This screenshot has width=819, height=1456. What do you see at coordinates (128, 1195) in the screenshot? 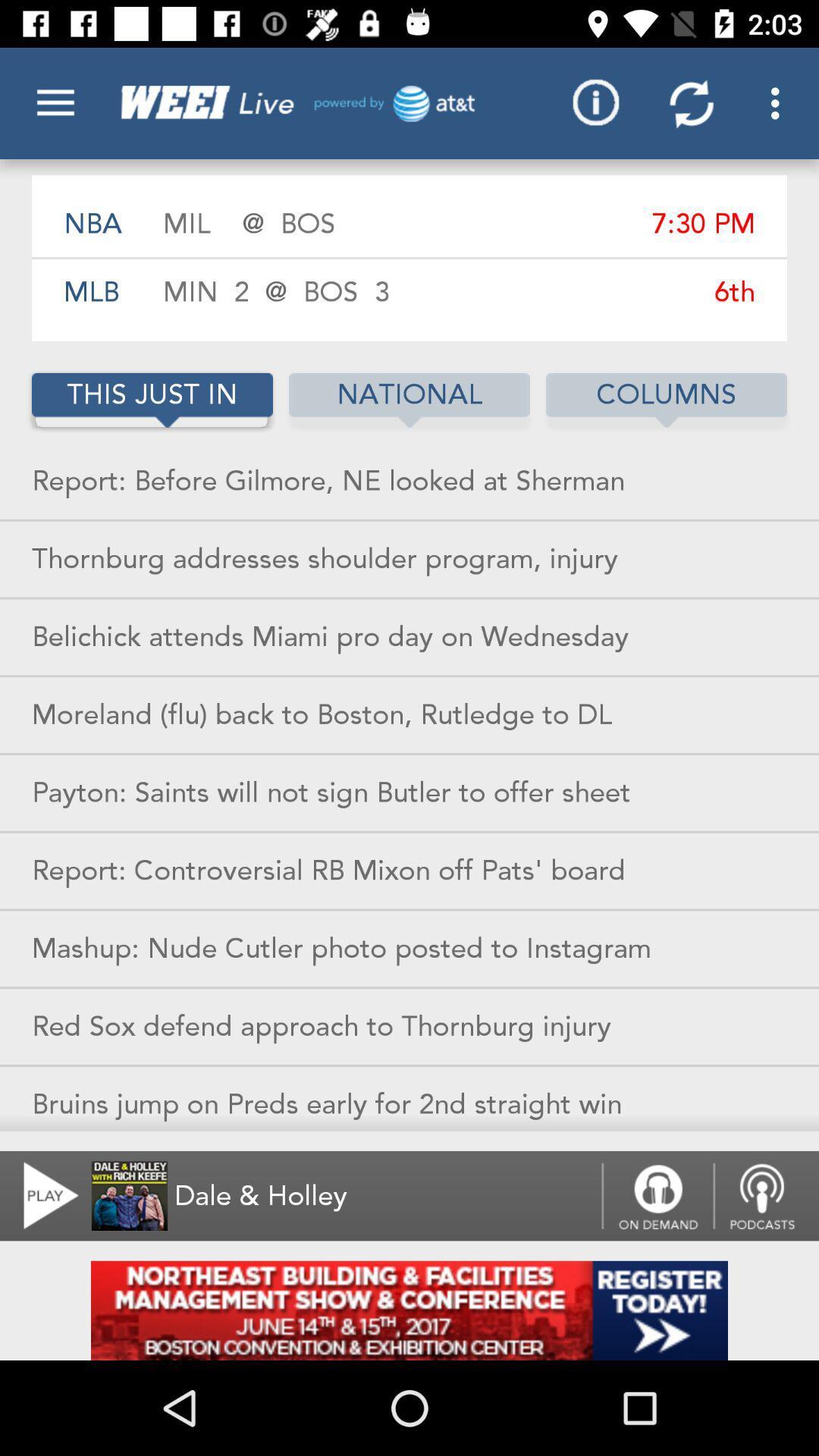
I see `the image right next to play` at bounding box center [128, 1195].